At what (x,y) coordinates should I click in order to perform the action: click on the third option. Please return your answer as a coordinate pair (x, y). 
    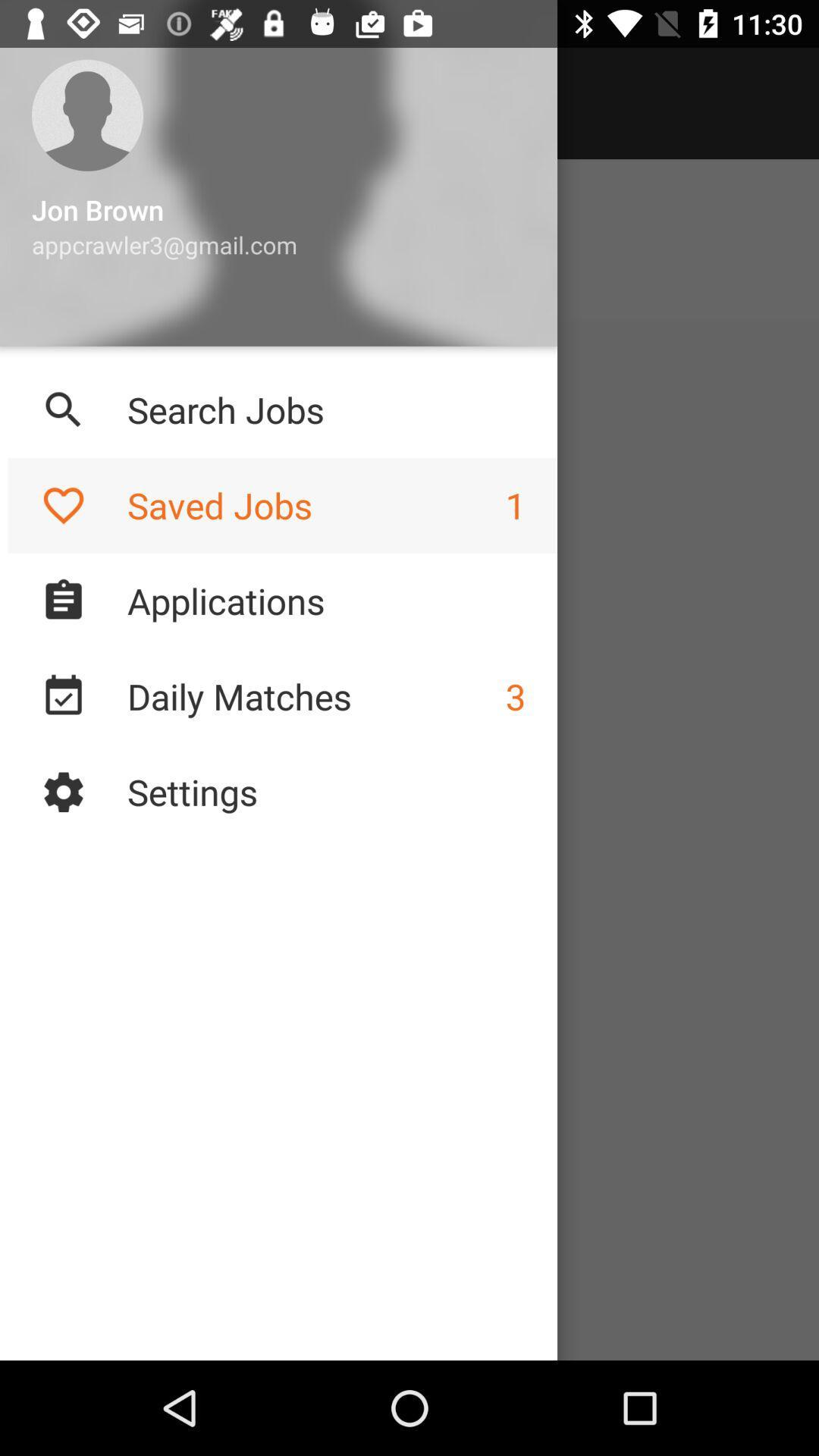
    Looking at the image, I should click on (63, 600).